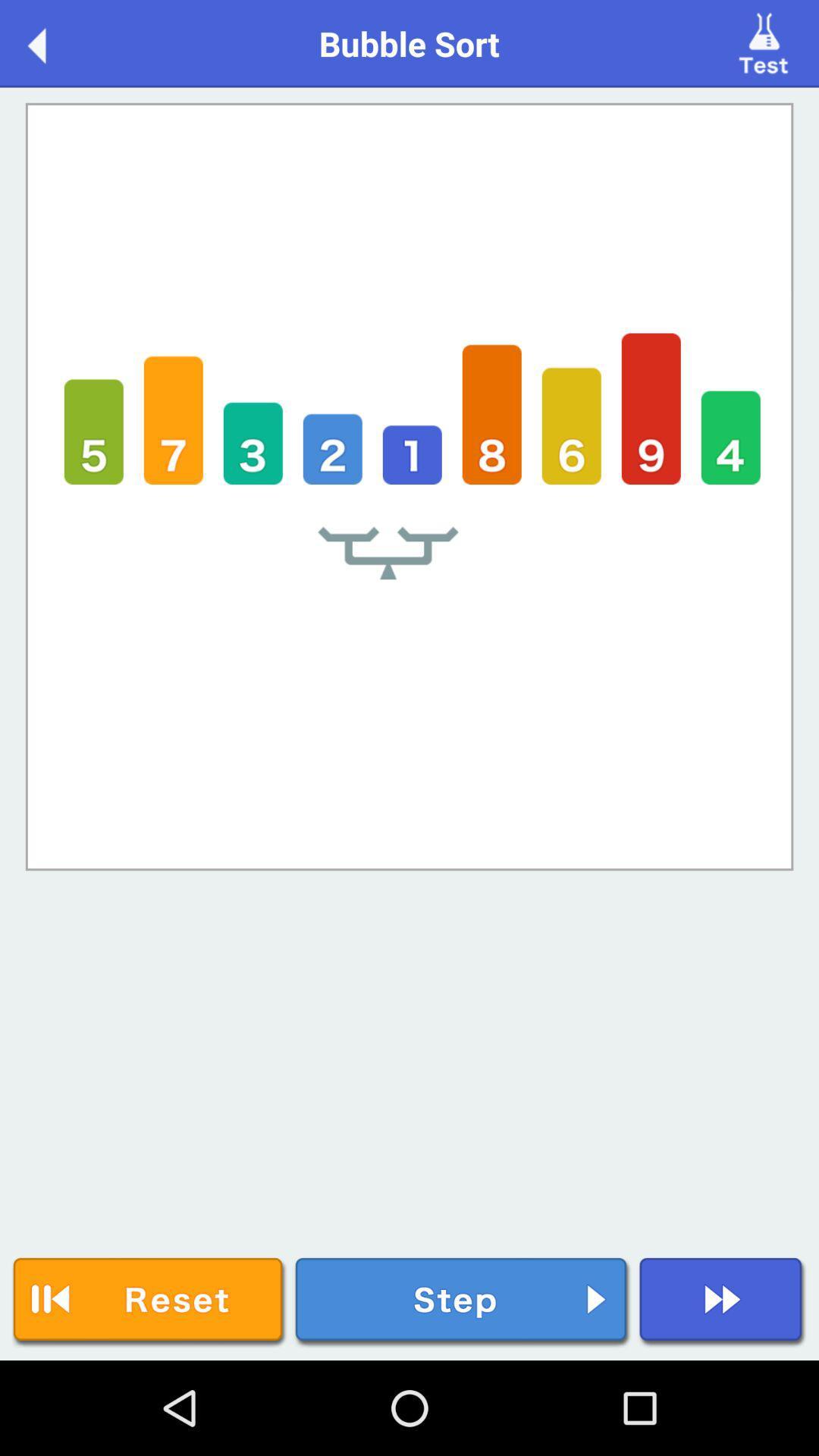  I want to click on reset, so click(149, 1301).